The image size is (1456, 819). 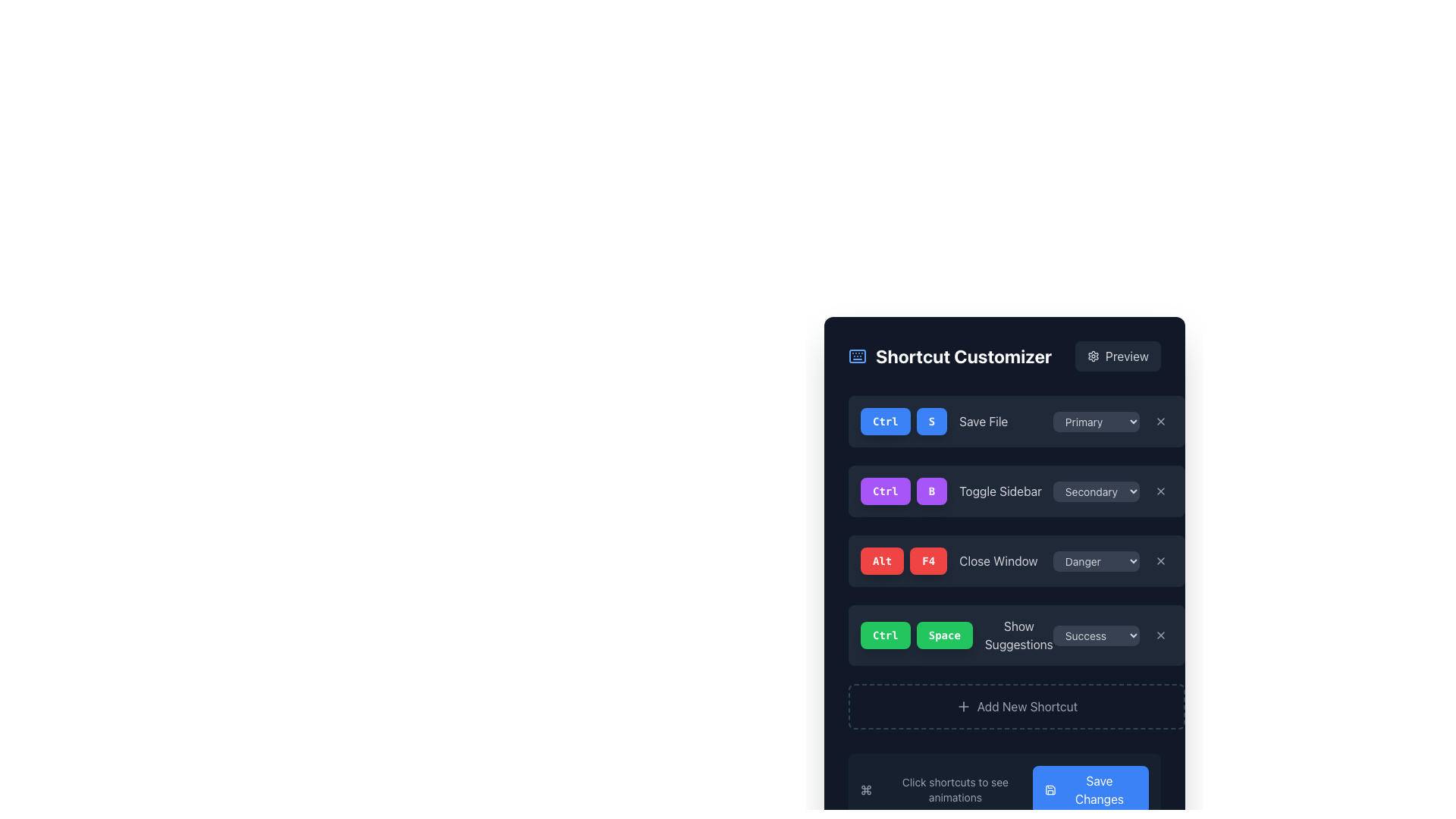 What do you see at coordinates (885, 491) in the screenshot?
I see `the 'Ctrl' button, which is a rectangular button with a rounded border, purple background, and contains the text 'Ctrl' in bold, white monospace font, located to the left of the 'B' button in the shortcut customization interface` at bounding box center [885, 491].